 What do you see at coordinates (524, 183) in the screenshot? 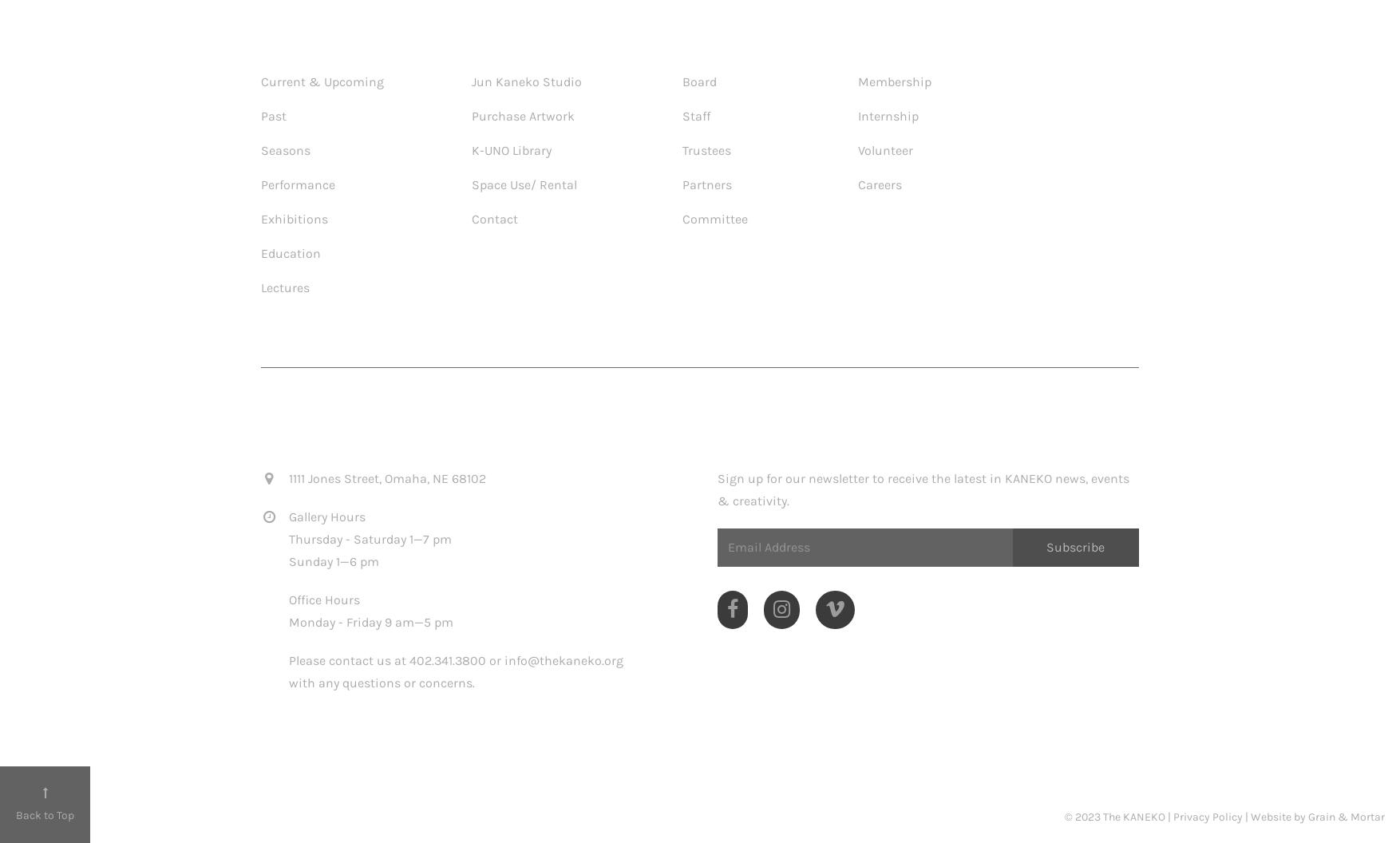
I see `'Space Use/ Rental'` at bounding box center [524, 183].